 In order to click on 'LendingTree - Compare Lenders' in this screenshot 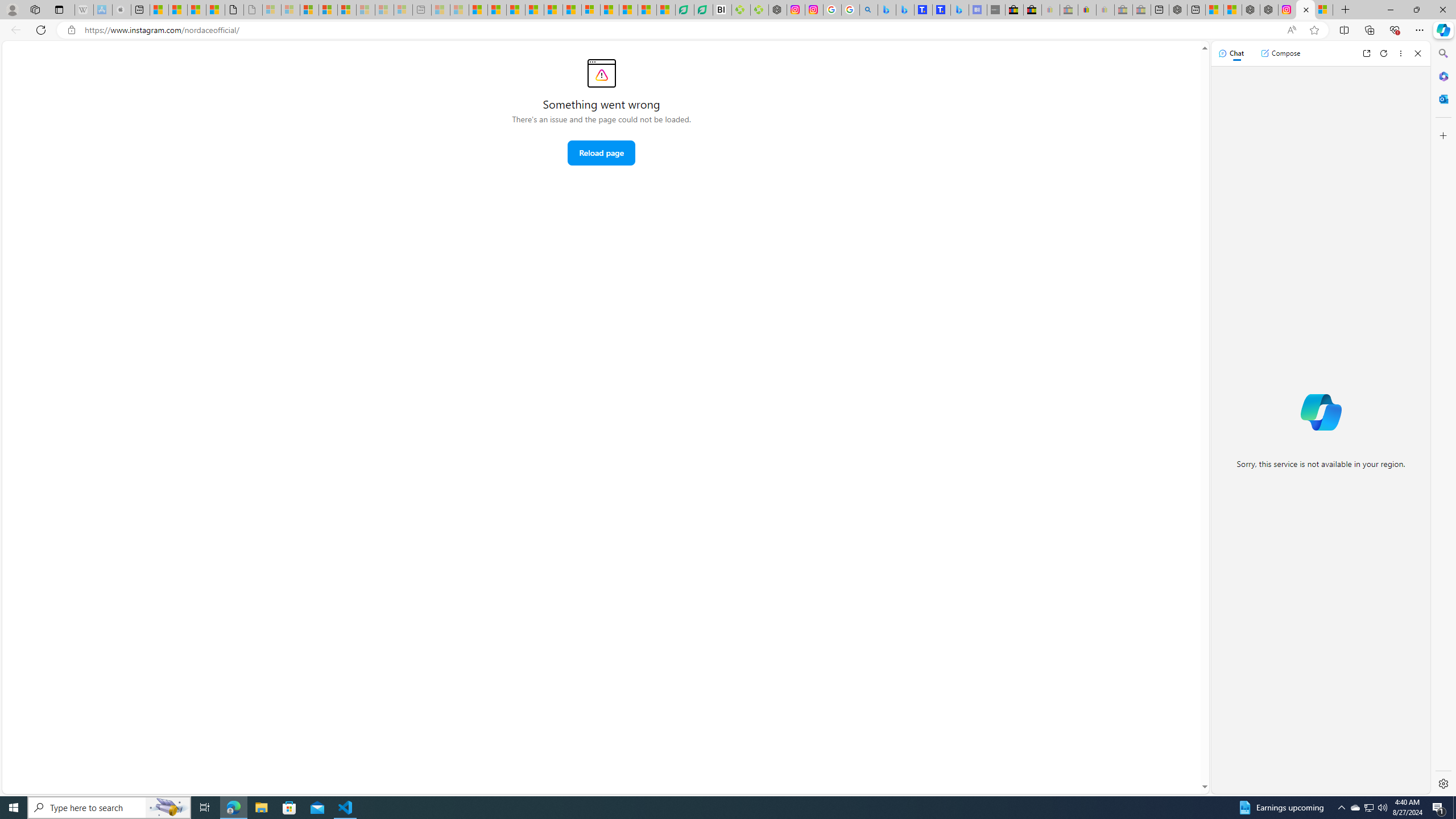, I will do `click(702, 9)`.